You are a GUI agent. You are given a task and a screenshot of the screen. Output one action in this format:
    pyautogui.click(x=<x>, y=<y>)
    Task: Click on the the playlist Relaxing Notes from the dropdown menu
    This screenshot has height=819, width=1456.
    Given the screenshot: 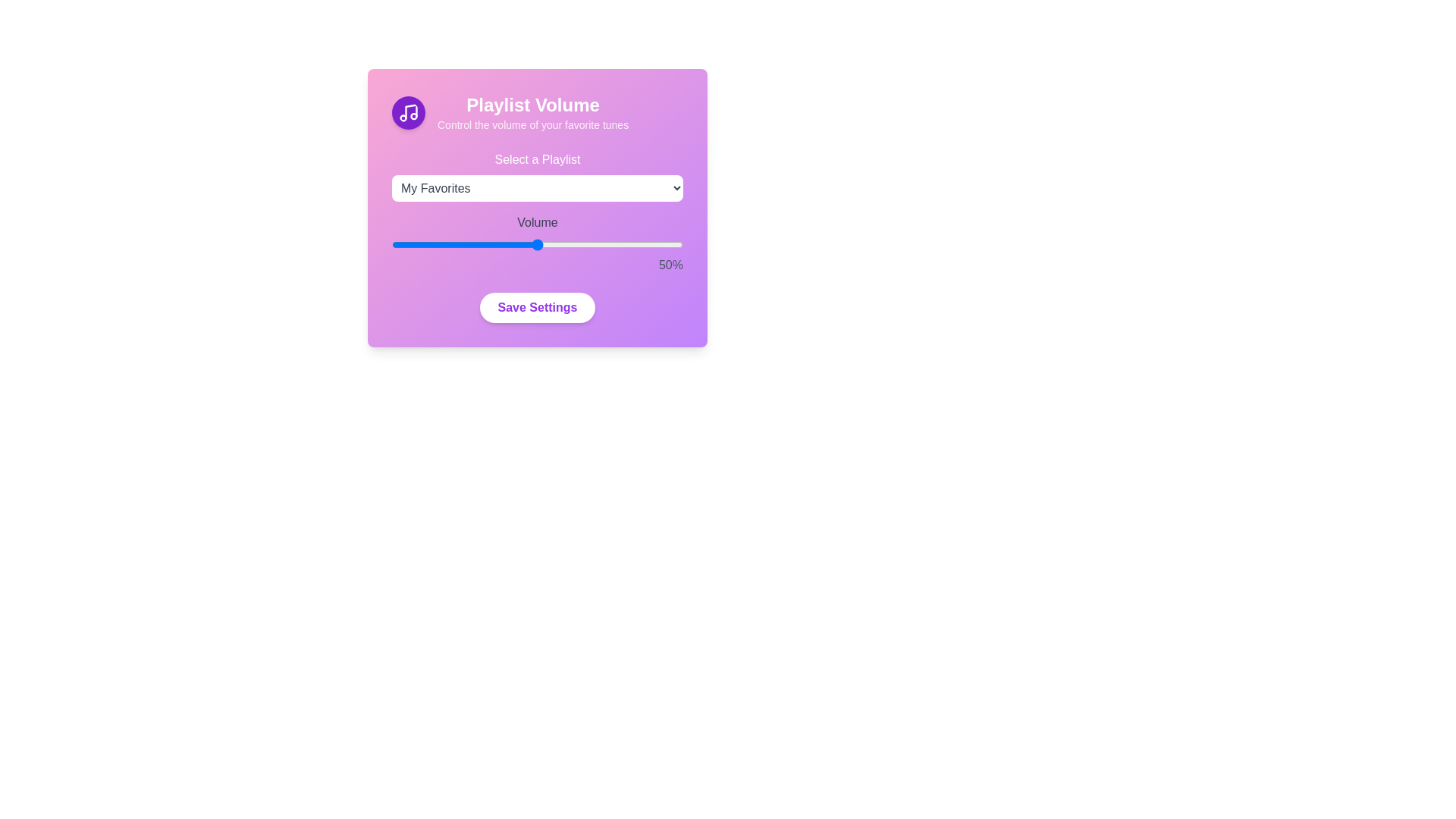 What is the action you would take?
    pyautogui.click(x=538, y=187)
    